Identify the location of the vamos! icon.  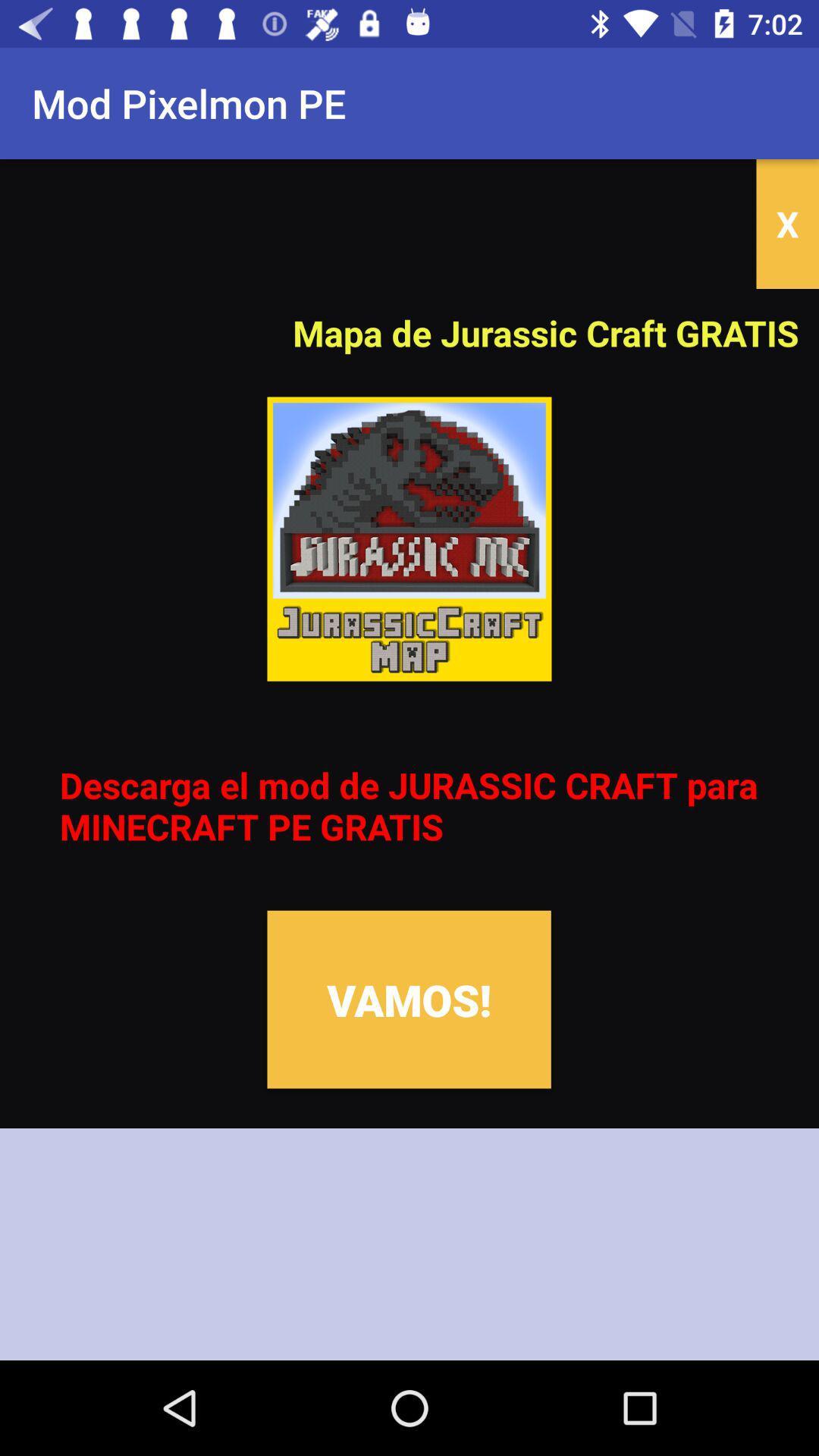
(408, 999).